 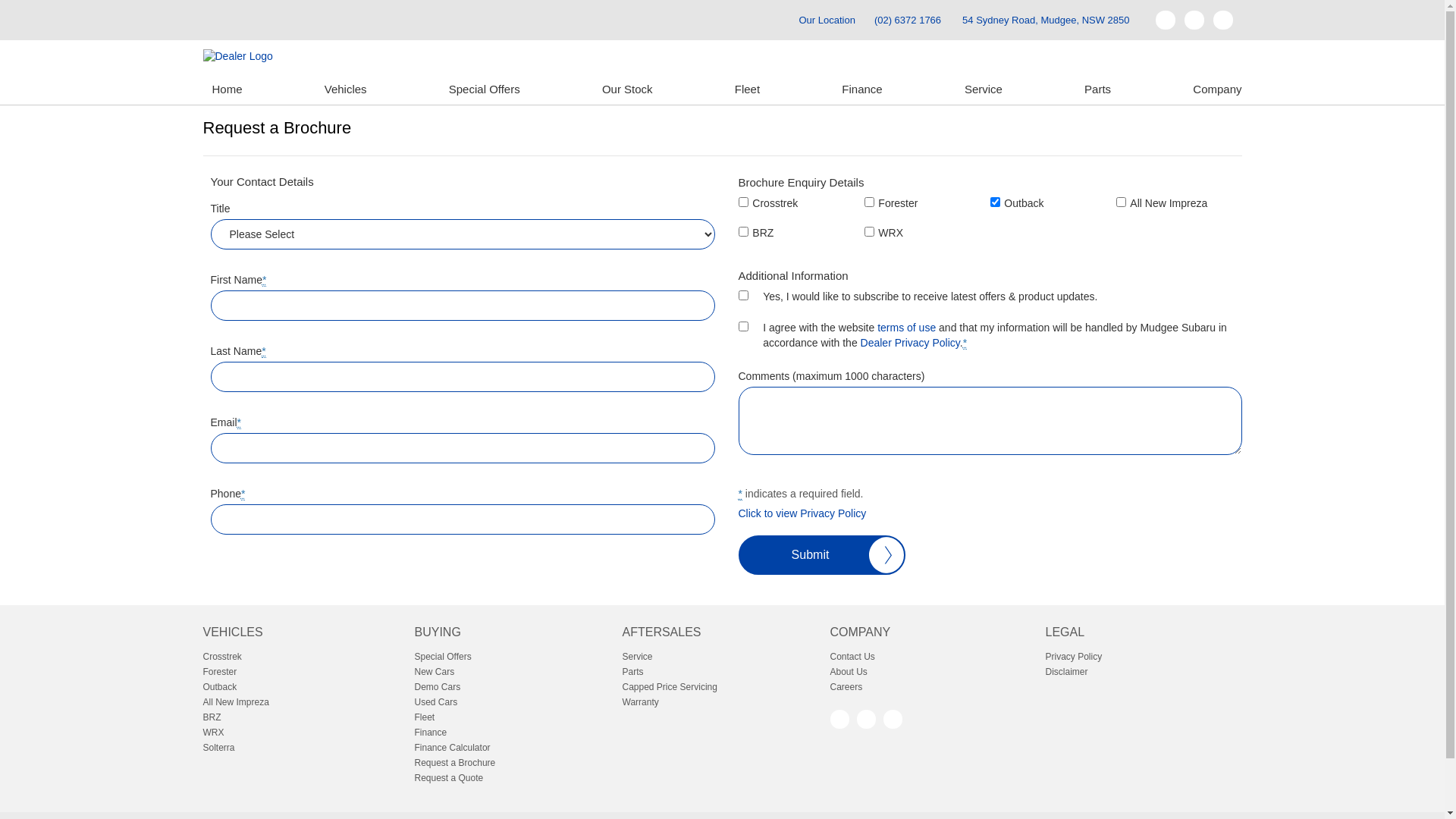 I want to click on 'Facebook', so click(x=838, y=718).